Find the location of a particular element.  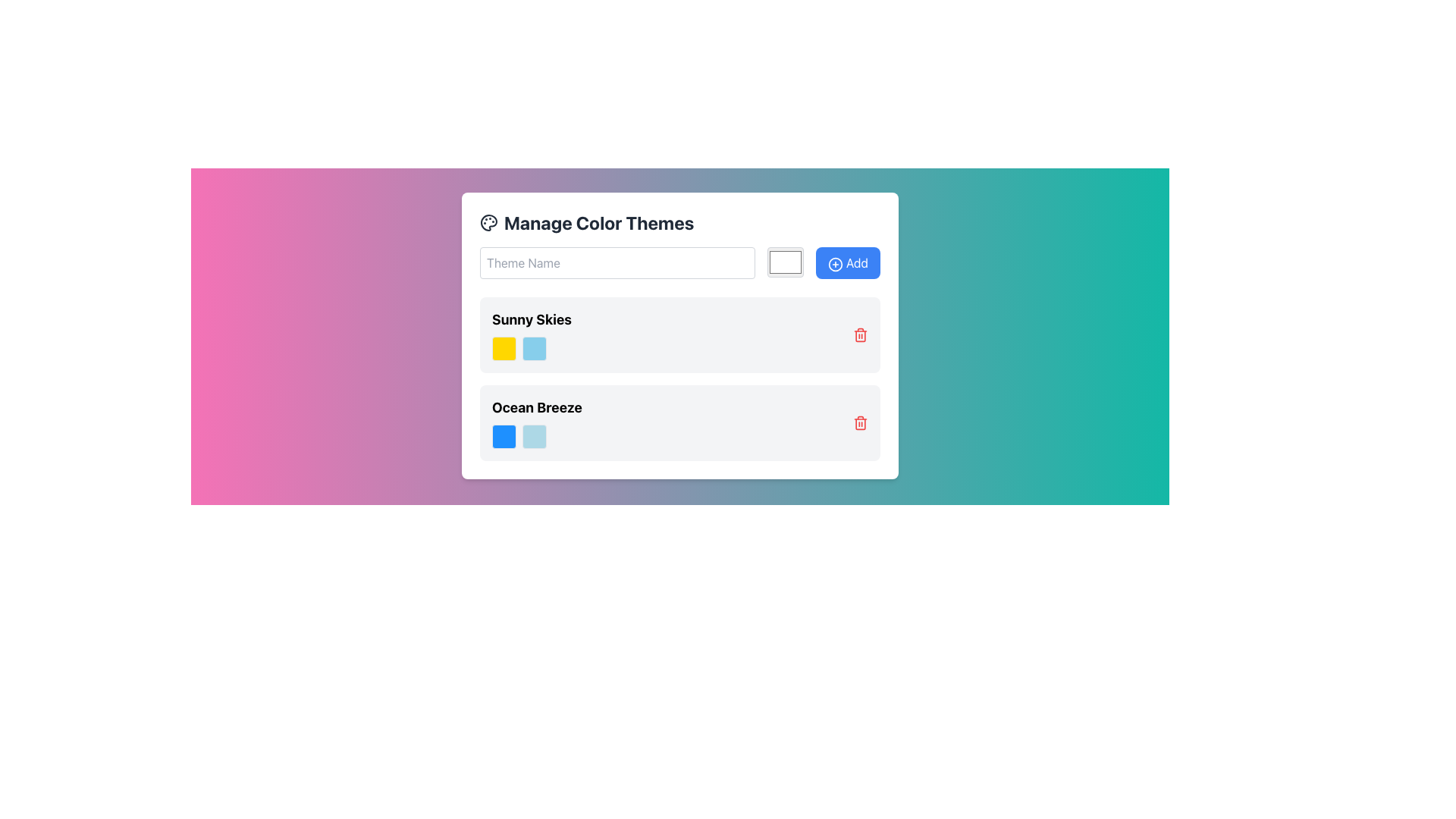

a color from the color picker control located in the 'Manage Color Themes' form, which is positioned in the middle of the Composite component with a text input box and an 'Add' button is located at coordinates (679, 262).